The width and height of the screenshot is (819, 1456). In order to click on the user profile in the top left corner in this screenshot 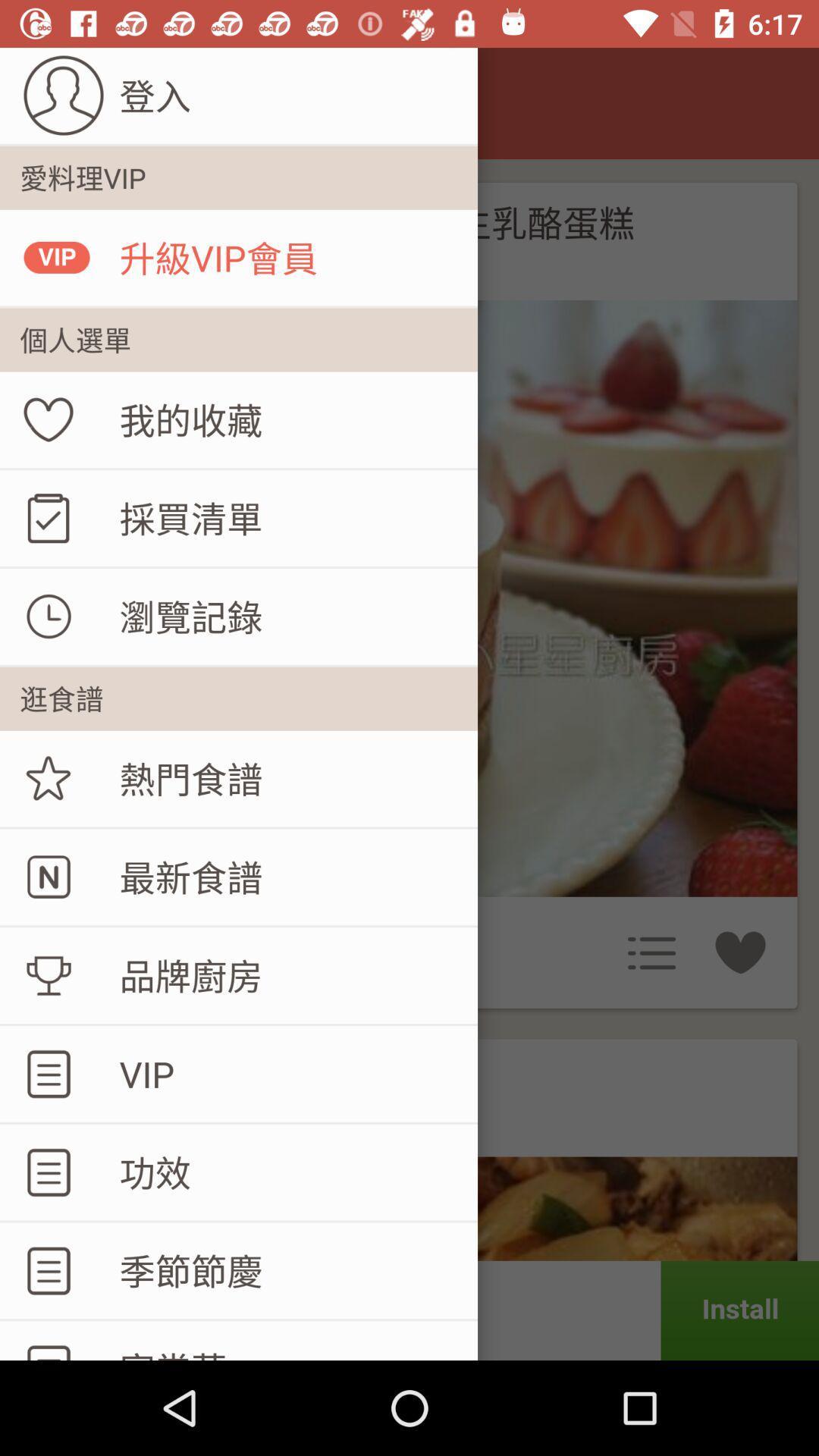, I will do `click(63, 95)`.